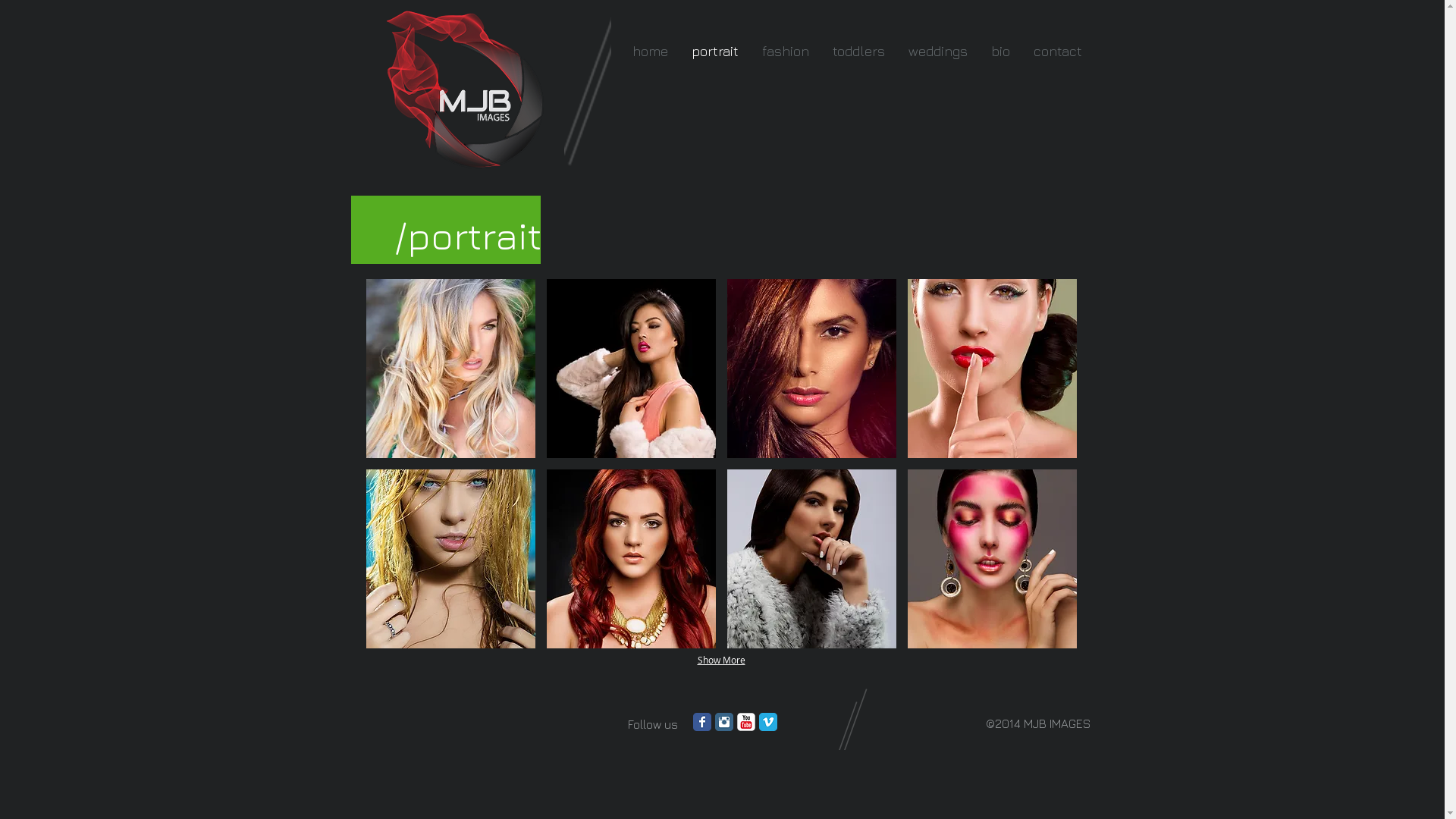 This screenshot has width=1456, height=819. I want to click on 'weddings', so click(937, 50).